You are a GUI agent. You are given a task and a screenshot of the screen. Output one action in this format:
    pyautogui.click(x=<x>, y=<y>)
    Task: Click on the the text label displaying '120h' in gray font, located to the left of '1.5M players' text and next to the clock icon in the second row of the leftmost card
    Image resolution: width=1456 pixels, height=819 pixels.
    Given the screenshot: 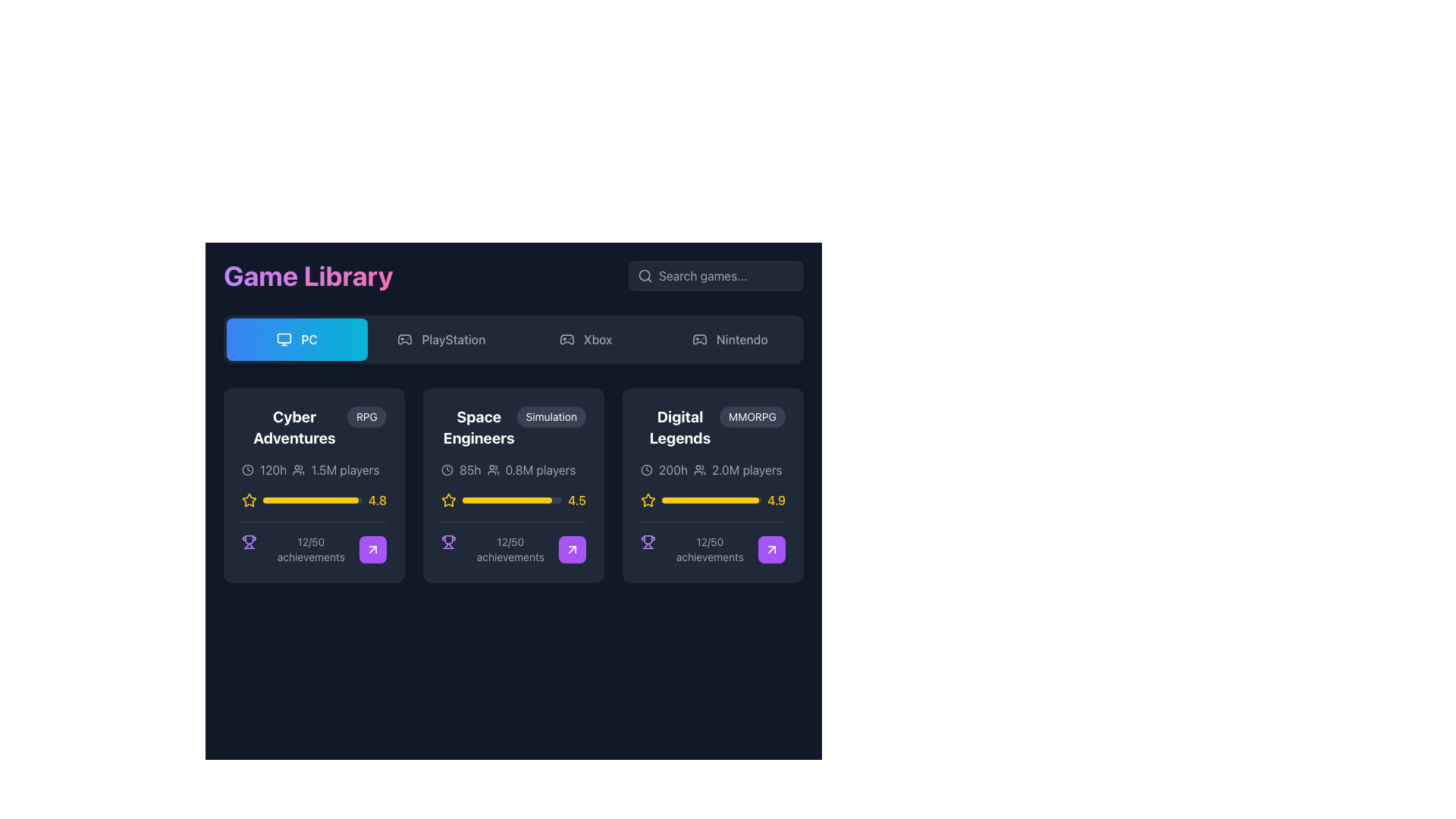 What is the action you would take?
    pyautogui.click(x=273, y=469)
    